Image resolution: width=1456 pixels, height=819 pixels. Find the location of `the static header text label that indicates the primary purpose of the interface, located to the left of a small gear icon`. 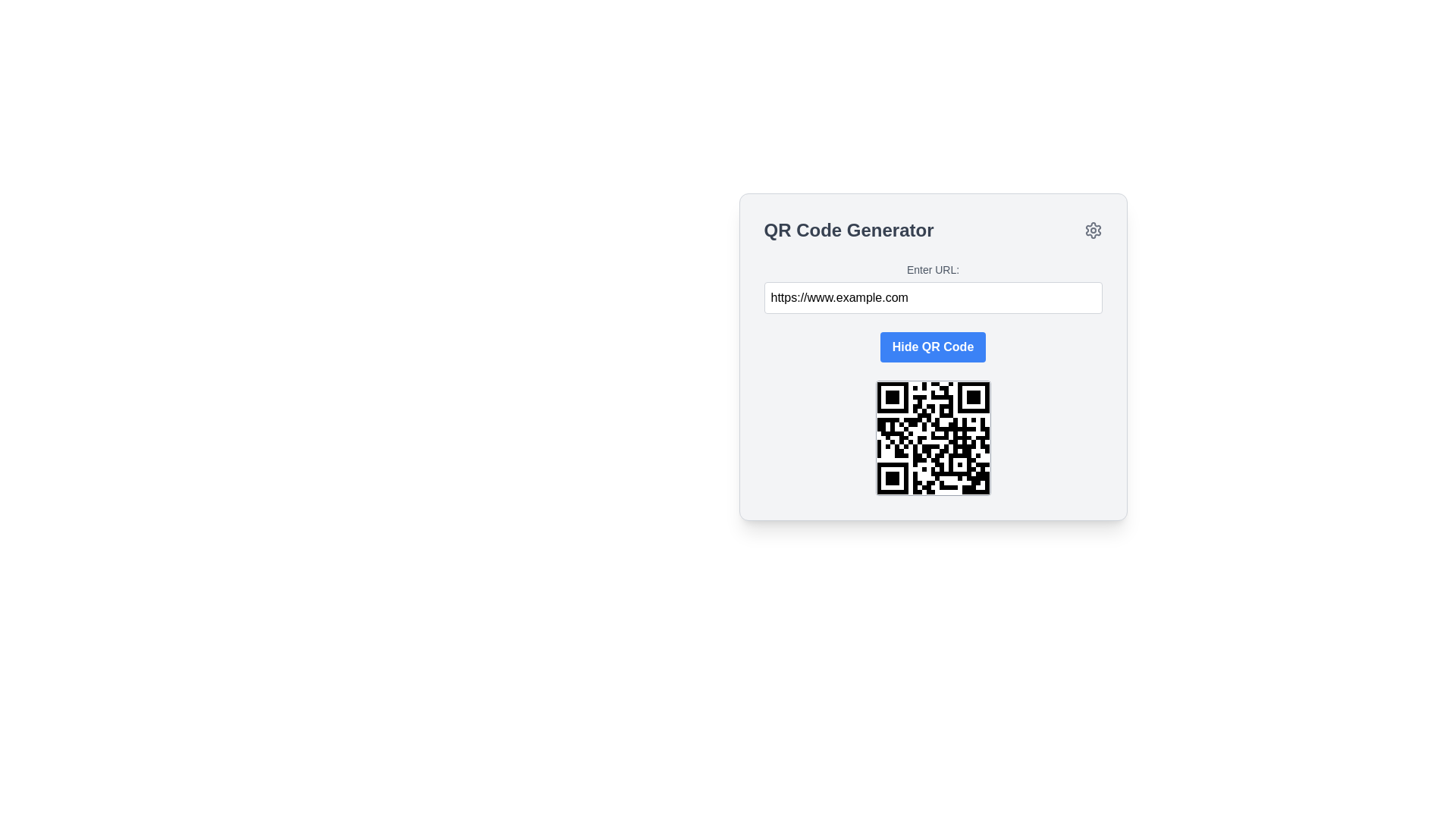

the static header text label that indicates the primary purpose of the interface, located to the left of a small gear icon is located at coordinates (848, 231).